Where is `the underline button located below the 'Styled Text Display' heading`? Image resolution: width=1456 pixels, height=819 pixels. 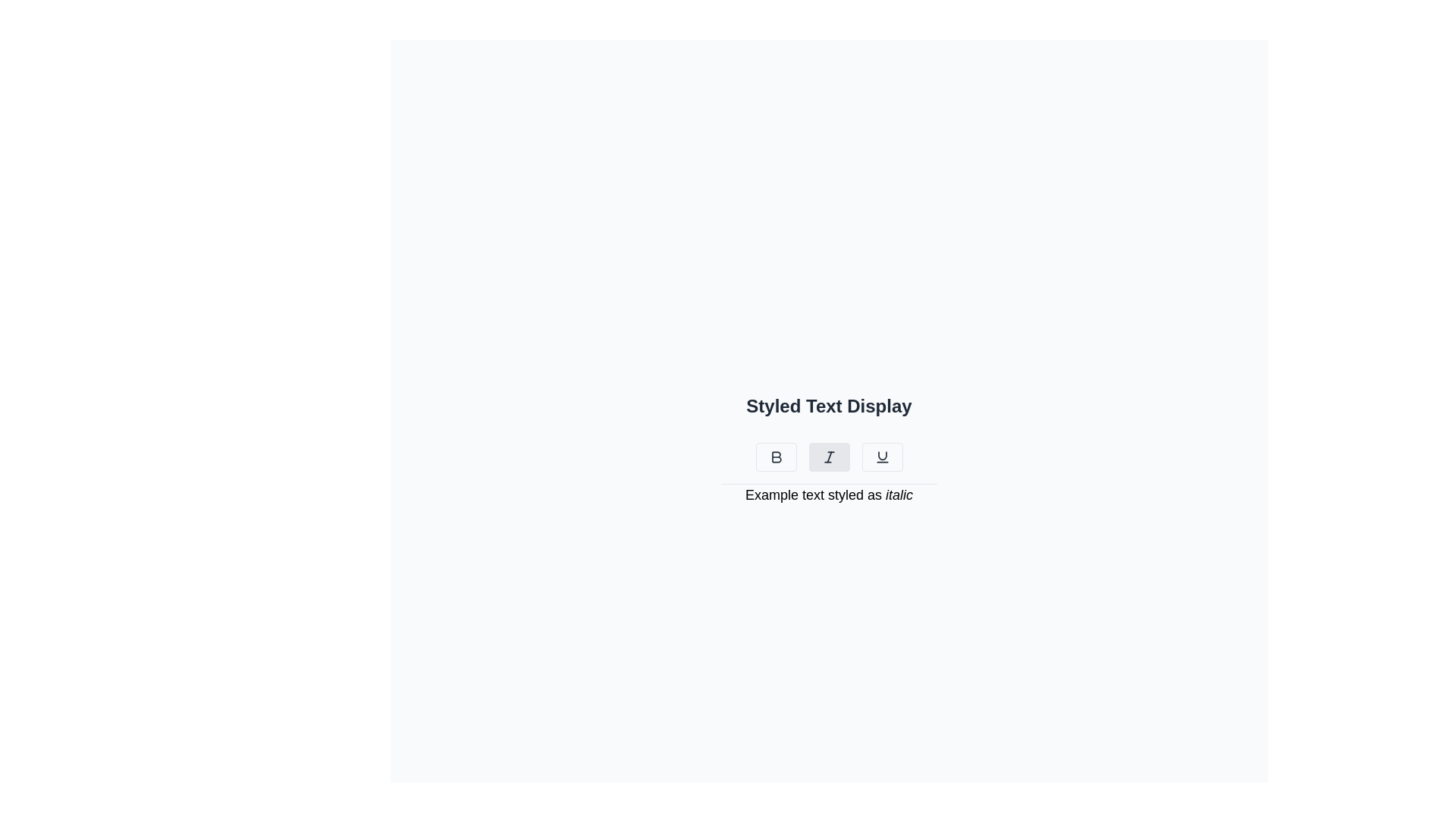 the underline button located below the 'Styled Text Display' heading is located at coordinates (882, 456).